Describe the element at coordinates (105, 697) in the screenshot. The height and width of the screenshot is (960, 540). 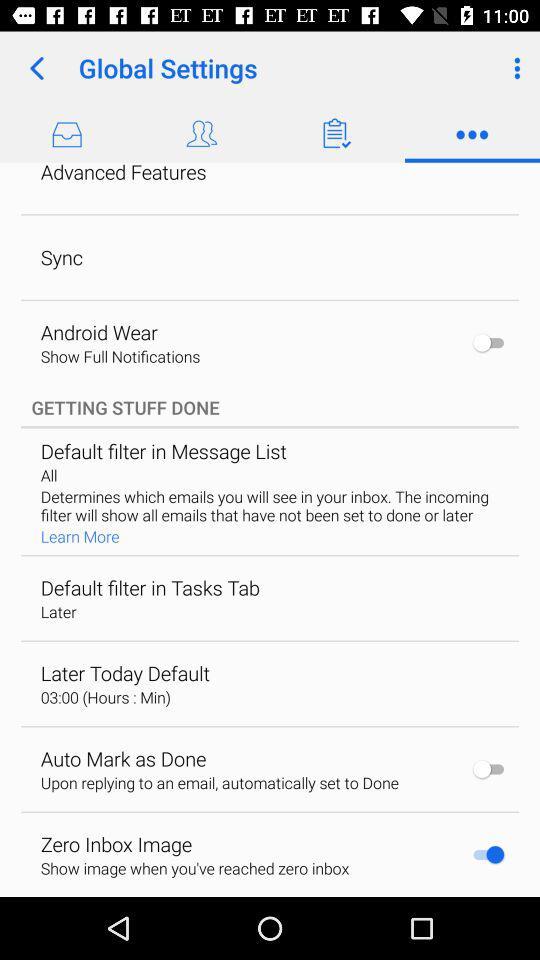
I see `app below later today default item` at that location.